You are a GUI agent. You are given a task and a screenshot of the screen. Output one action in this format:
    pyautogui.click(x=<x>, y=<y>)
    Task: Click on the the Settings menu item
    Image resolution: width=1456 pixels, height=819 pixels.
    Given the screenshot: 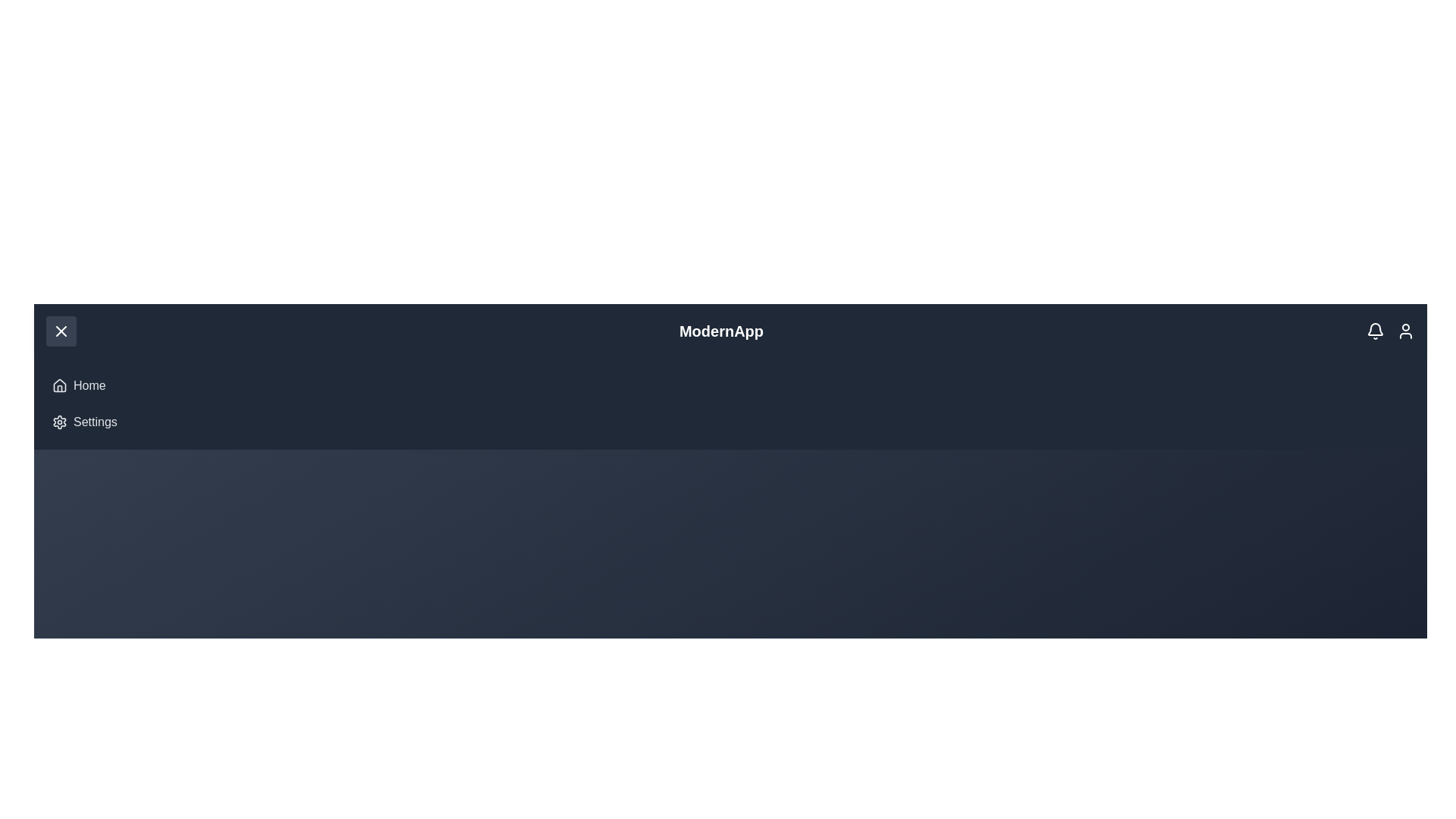 What is the action you would take?
    pyautogui.click(x=94, y=422)
    